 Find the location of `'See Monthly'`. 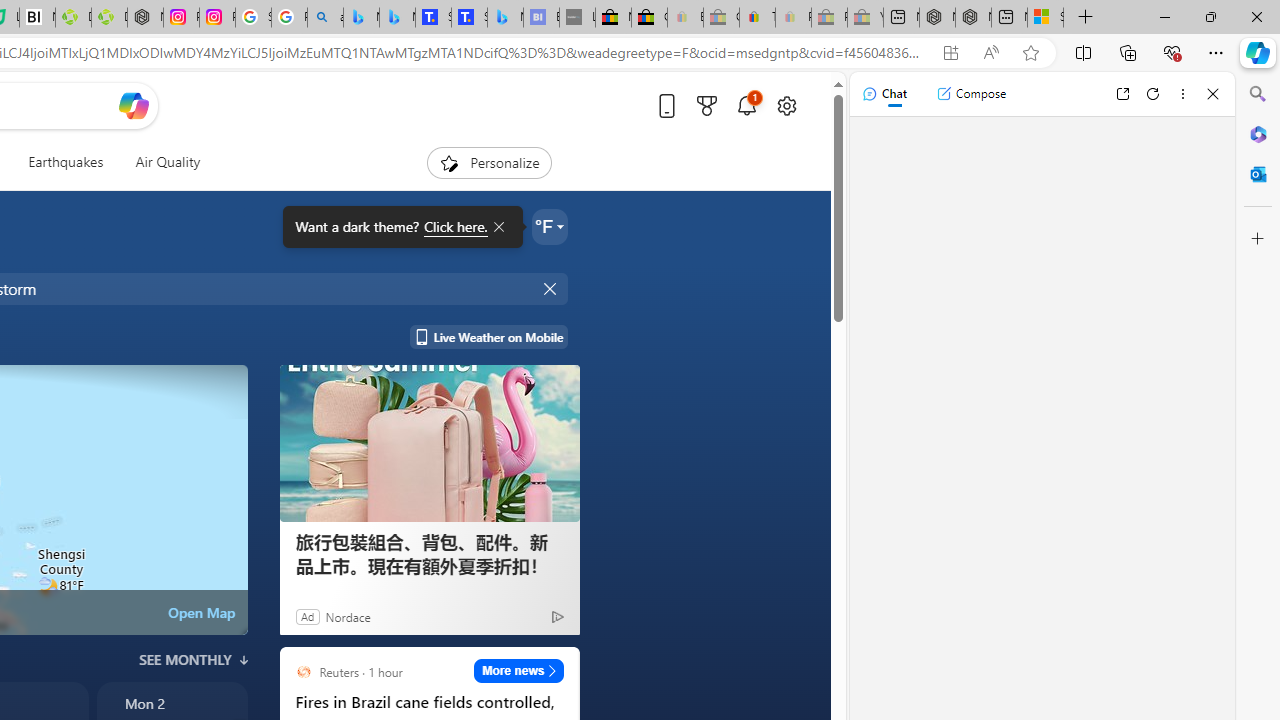

'See Monthly' is located at coordinates (193, 660).